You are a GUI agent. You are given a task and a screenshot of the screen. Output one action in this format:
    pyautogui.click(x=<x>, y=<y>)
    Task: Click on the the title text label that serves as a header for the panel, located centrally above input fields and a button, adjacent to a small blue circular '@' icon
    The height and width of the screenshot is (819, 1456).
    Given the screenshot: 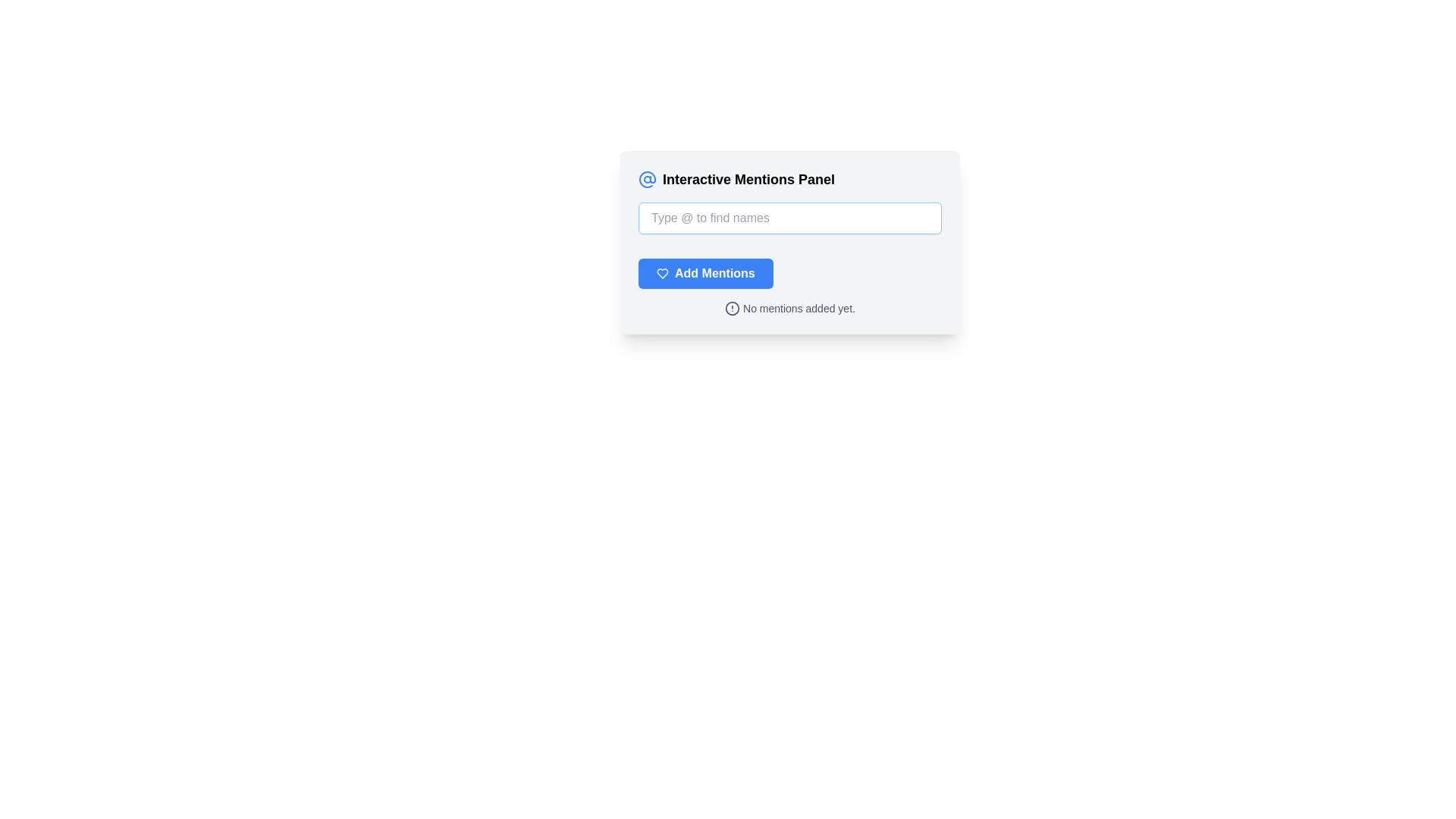 What is the action you would take?
    pyautogui.click(x=748, y=178)
    